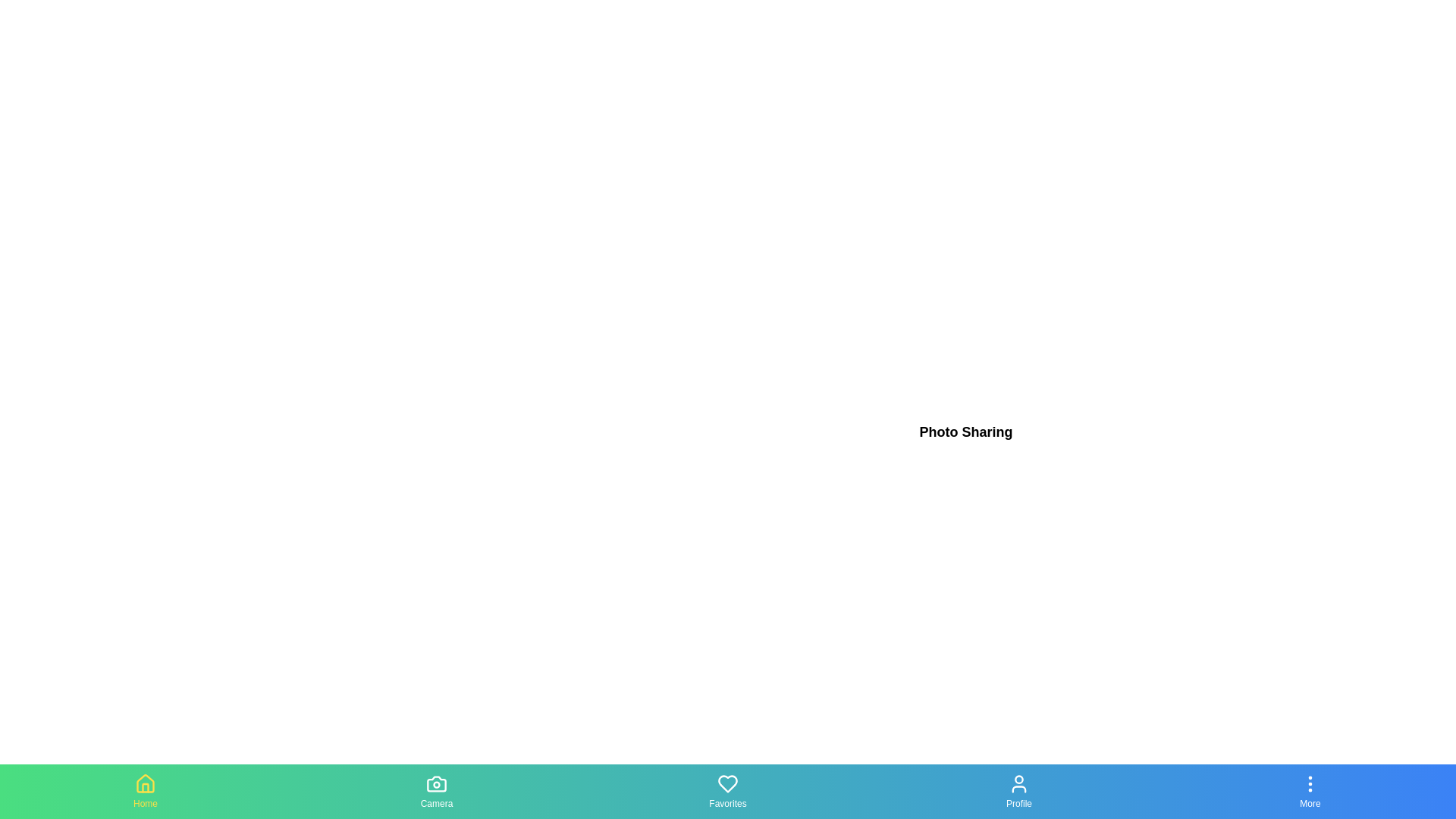 Image resolution: width=1456 pixels, height=819 pixels. I want to click on the Camera navigation icon, so click(436, 791).